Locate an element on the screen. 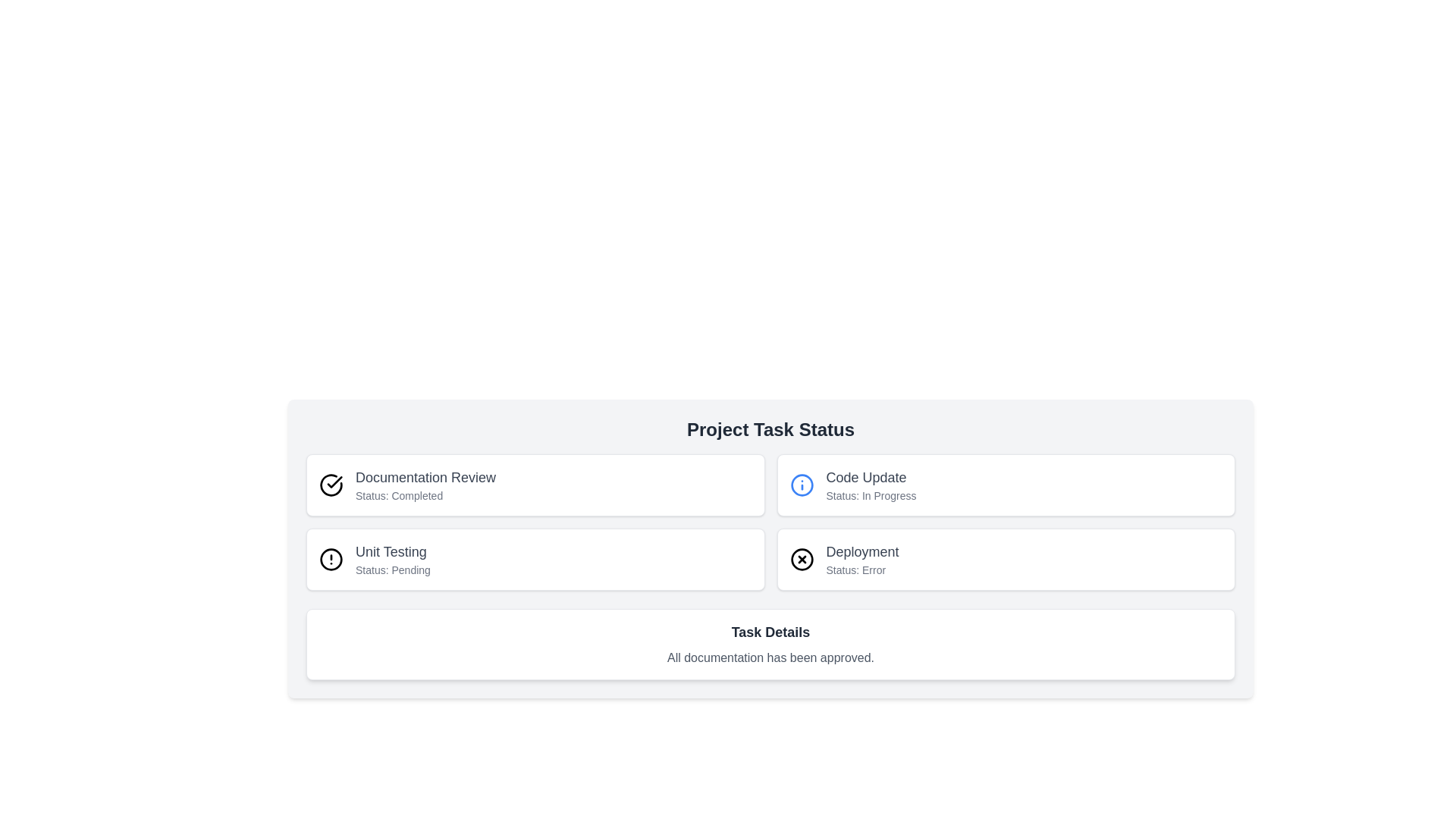 The image size is (1456, 819). the content of the Text display element that shows 'Documentation Review' and 'Status: Completed' located in the top-left section of a card with a green check icon is located at coordinates (425, 485).